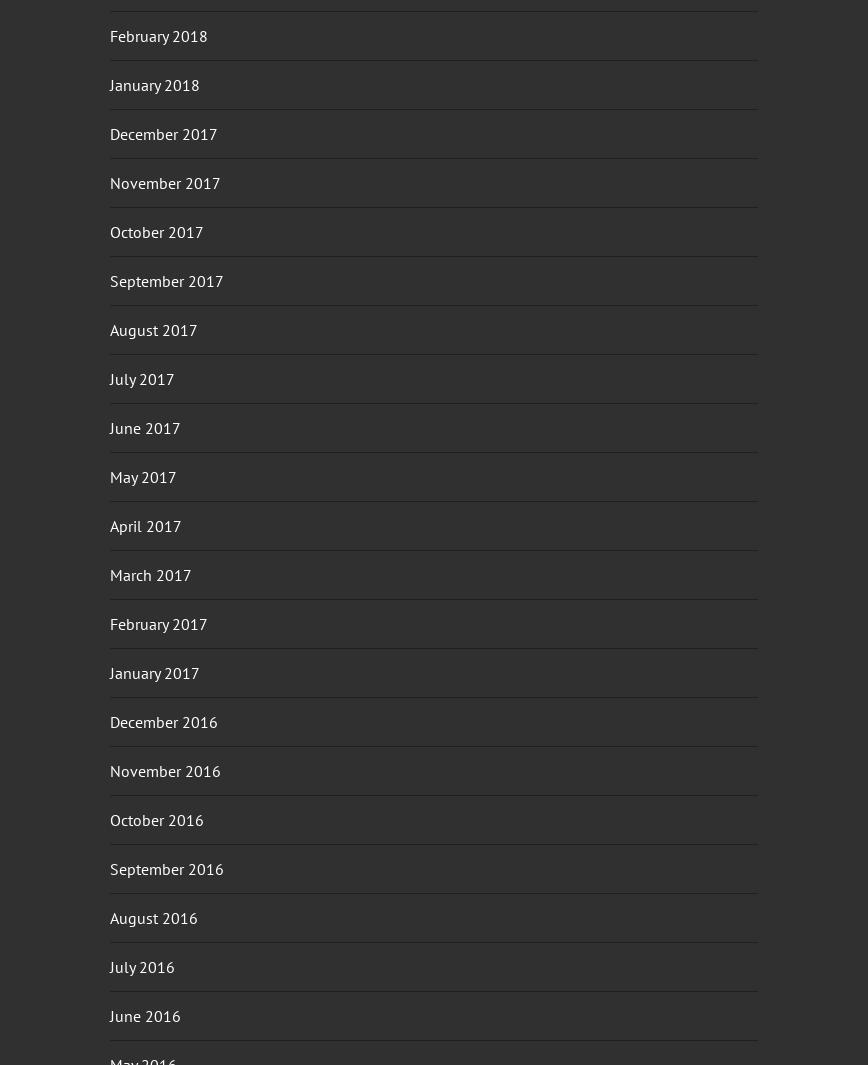  What do you see at coordinates (157, 818) in the screenshot?
I see `'October 2016'` at bounding box center [157, 818].